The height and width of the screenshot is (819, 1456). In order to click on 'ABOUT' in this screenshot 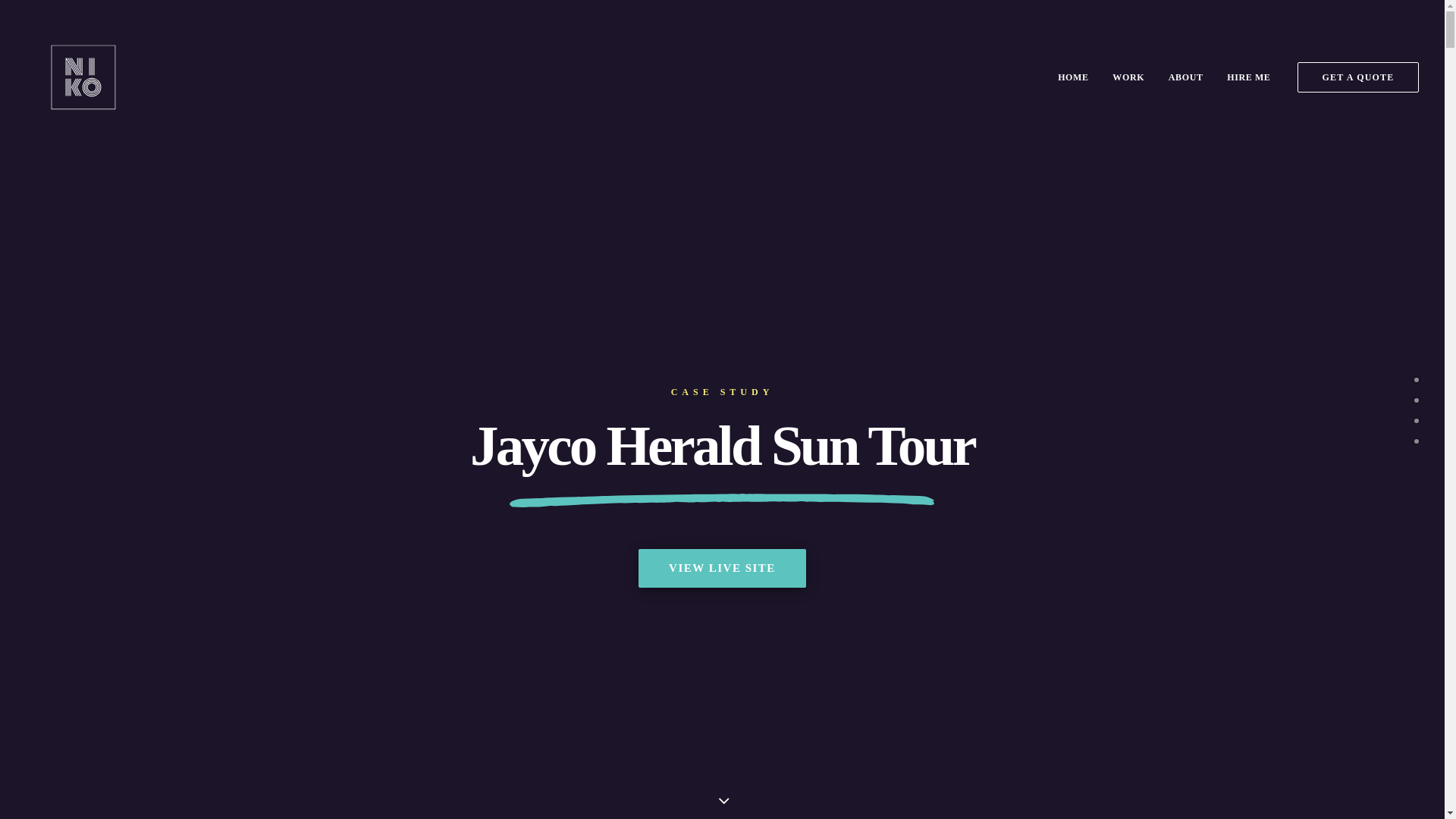, I will do `click(1185, 77)`.